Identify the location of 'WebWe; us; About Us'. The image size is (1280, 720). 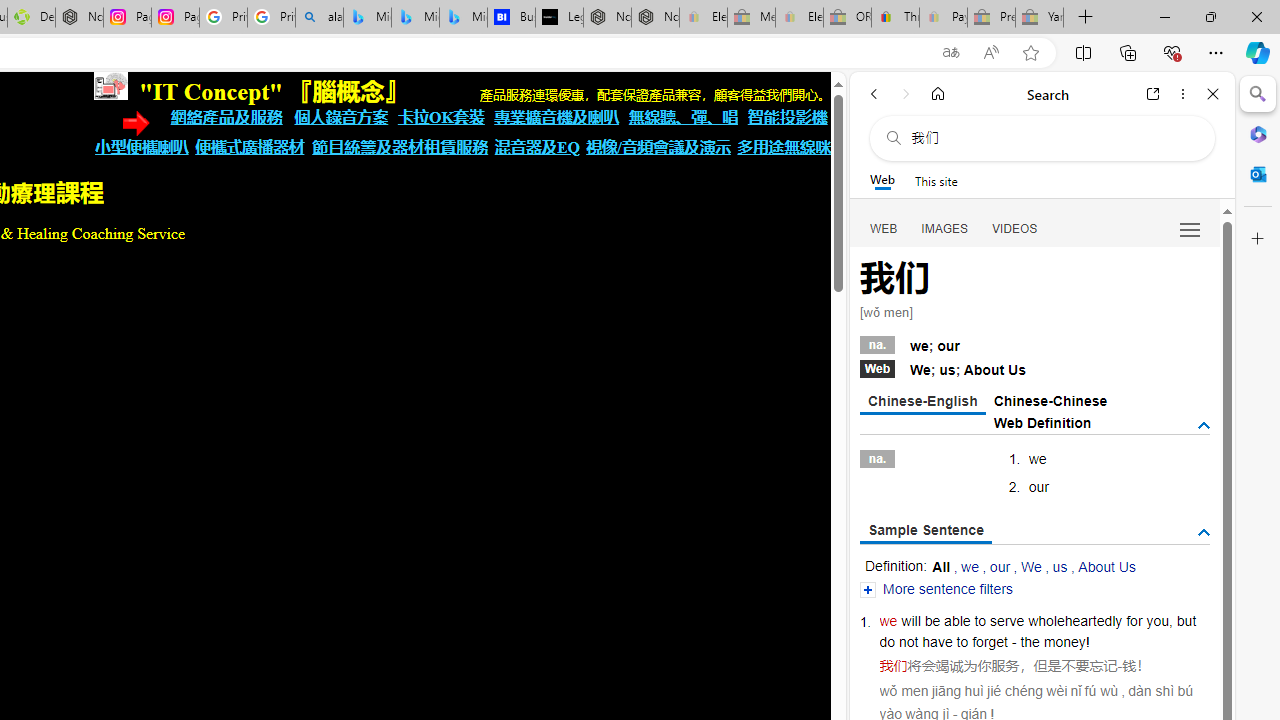
(1034, 367).